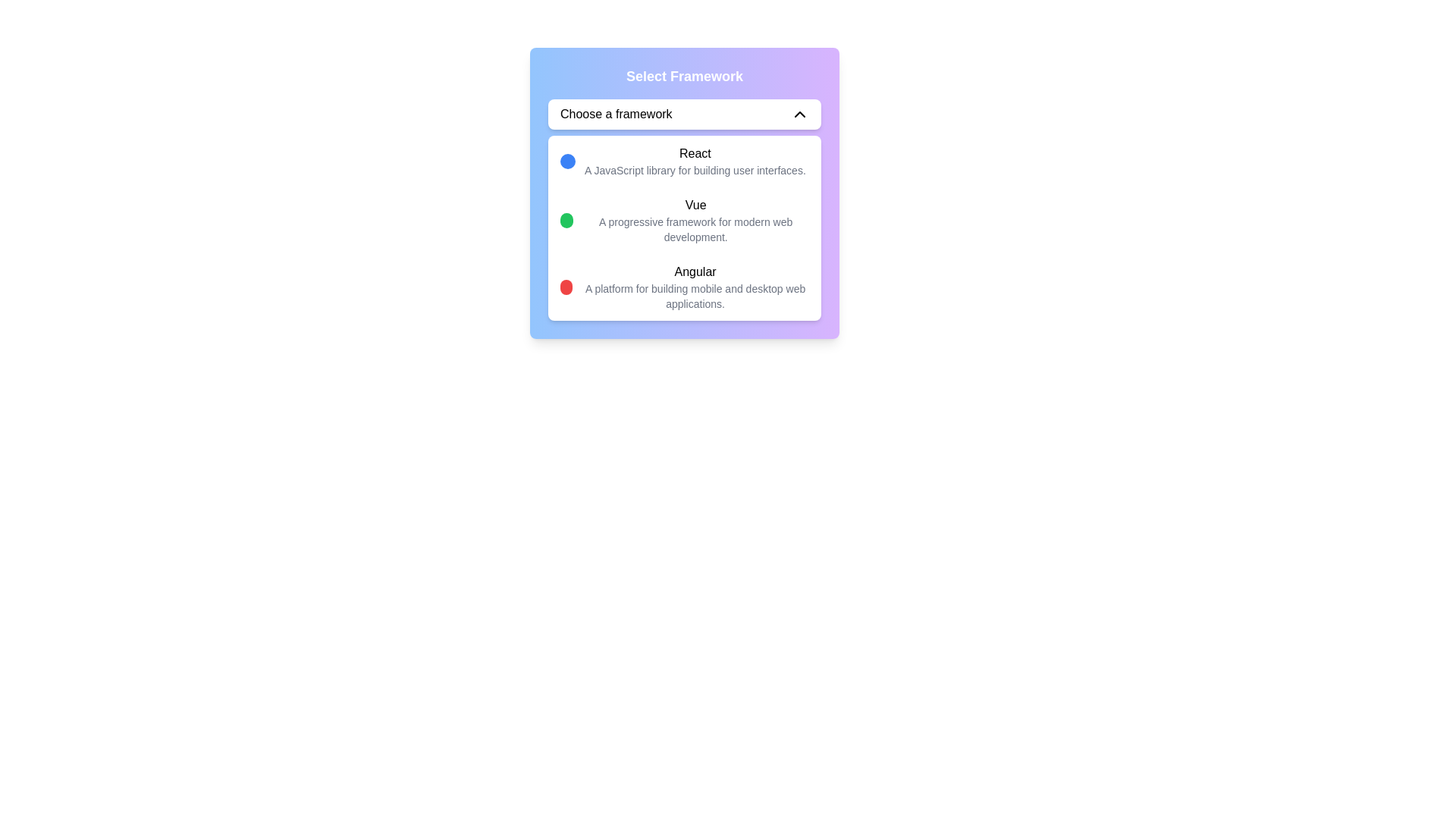  I want to click on the text label that describes the 'Angular' framework option in the selection list titled 'Select Framework', located below the 'Vue' option, so click(694, 287).